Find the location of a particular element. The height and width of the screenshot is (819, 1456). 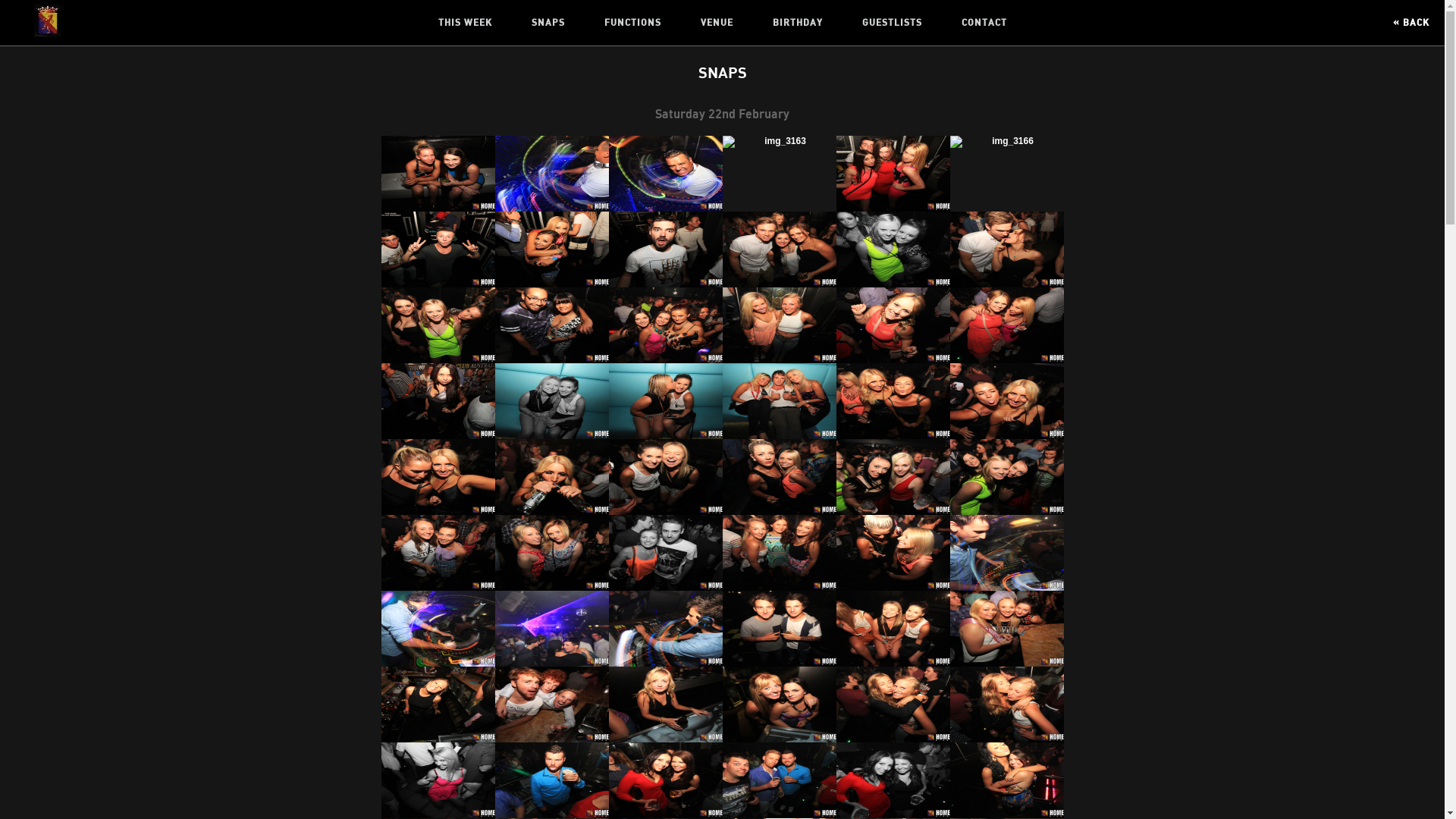

' ' is located at coordinates (892, 400).